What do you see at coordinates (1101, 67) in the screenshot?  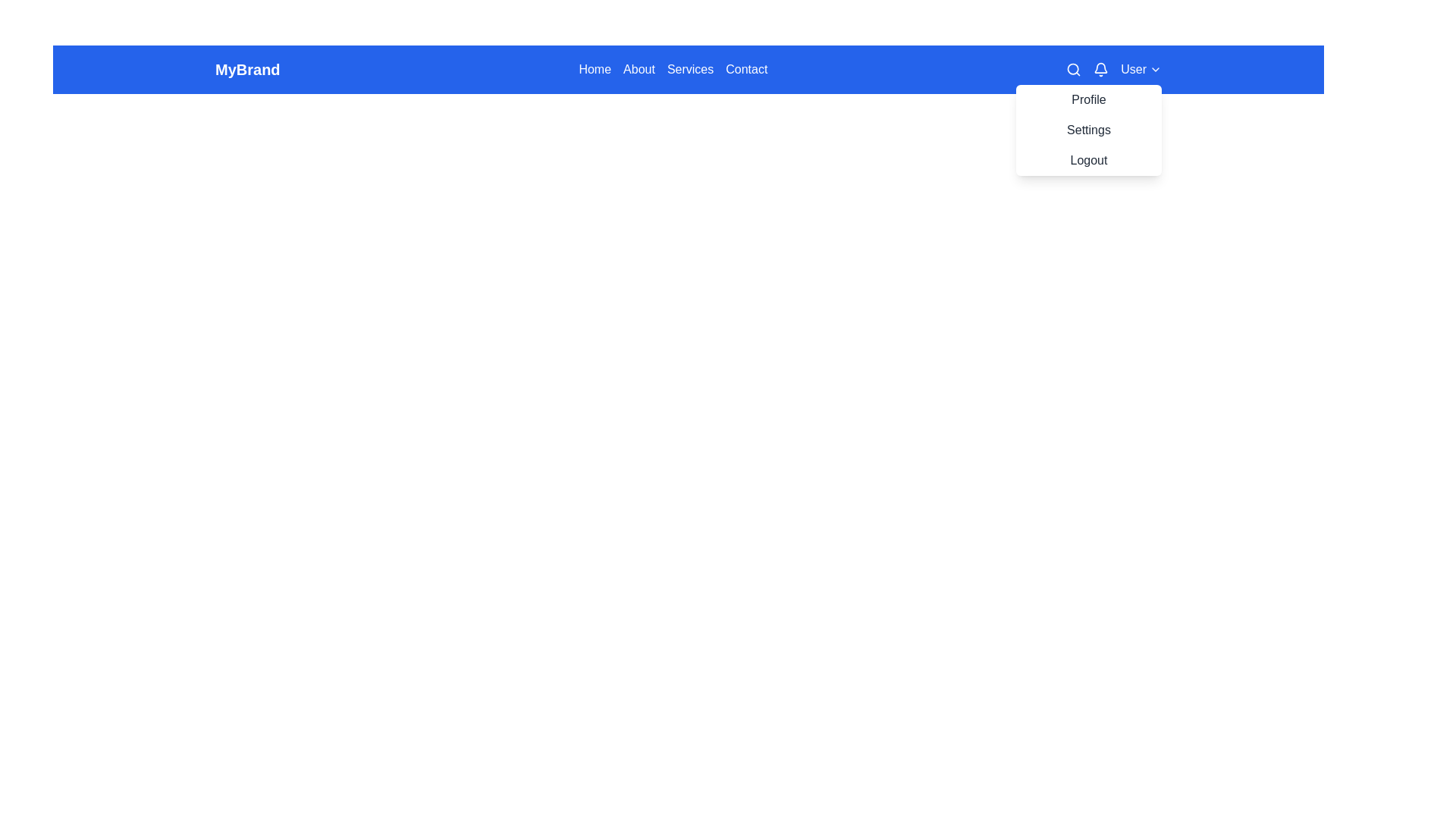 I see `the bottom portion of the bell icon located in the top-right corner of the navigation bar, which is styled with a thin line in a common notification icon design pattern` at bounding box center [1101, 67].